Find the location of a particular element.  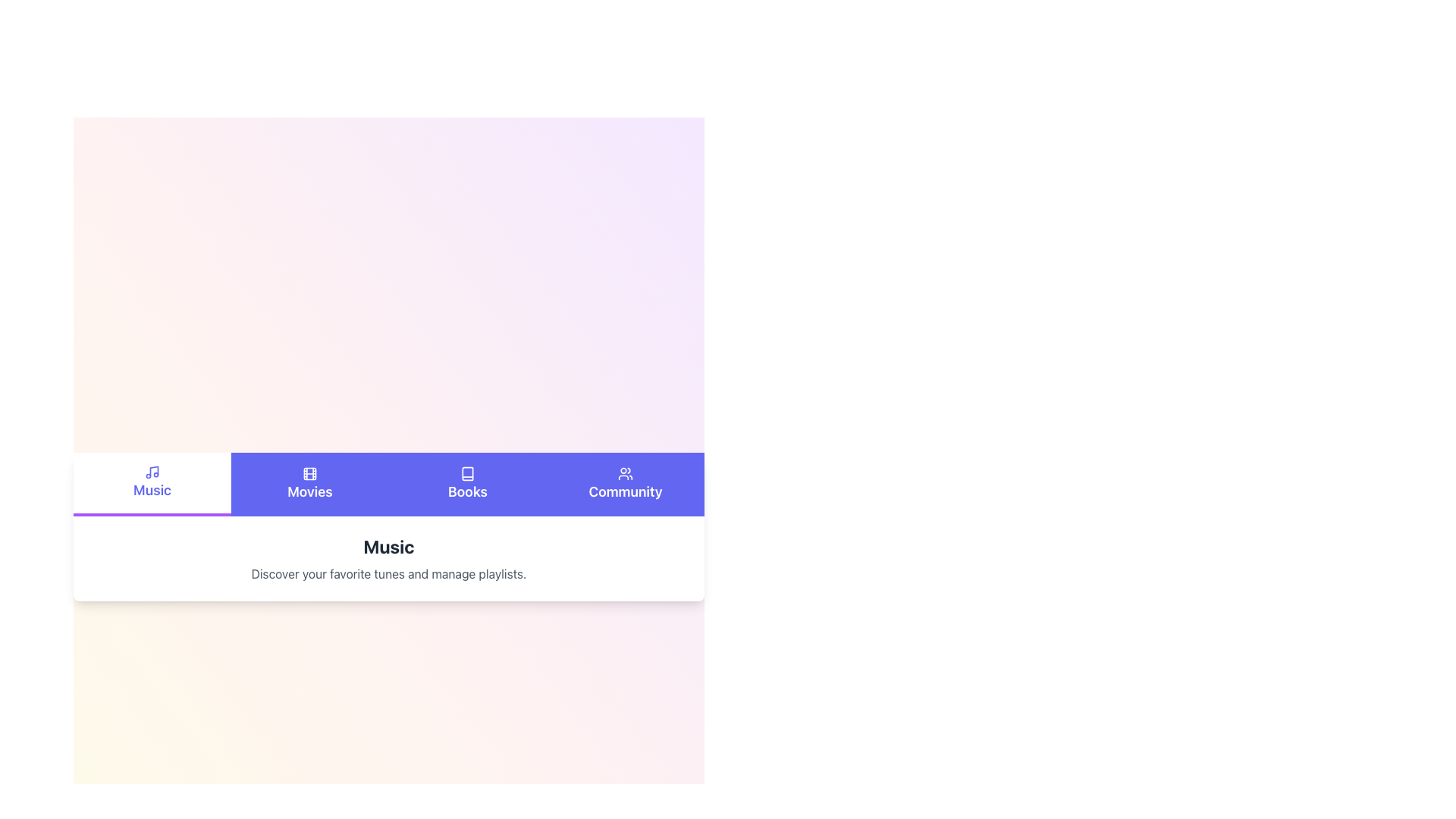

the decorative SVG rectangle that visually represents the 'Movies' tab in the navigation bar is located at coordinates (309, 472).